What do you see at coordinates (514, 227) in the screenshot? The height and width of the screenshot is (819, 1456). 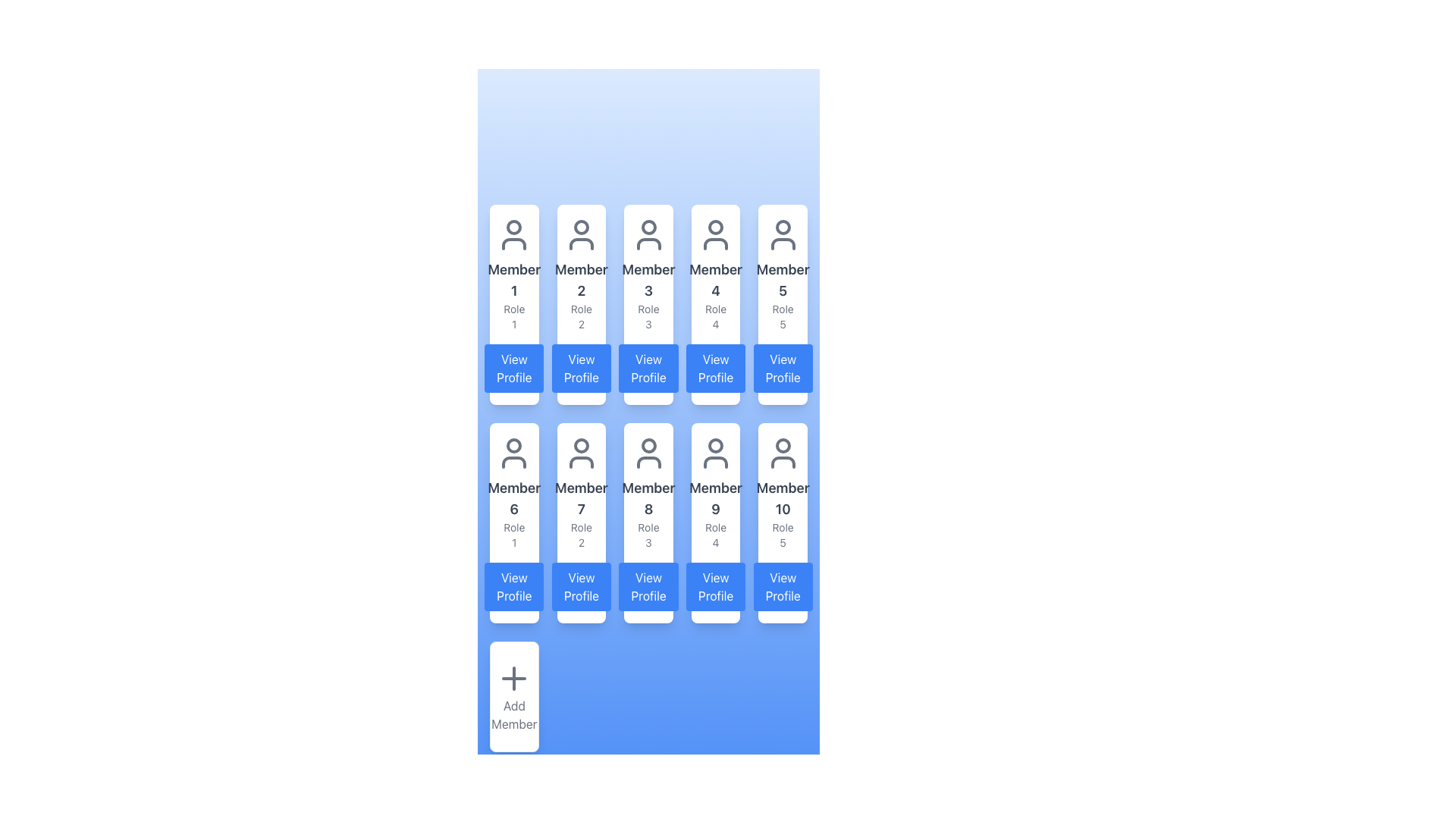 I see `the circular graphical icon at the upper part of the user profile icon for 'Member 1' to execute related actions` at bounding box center [514, 227].